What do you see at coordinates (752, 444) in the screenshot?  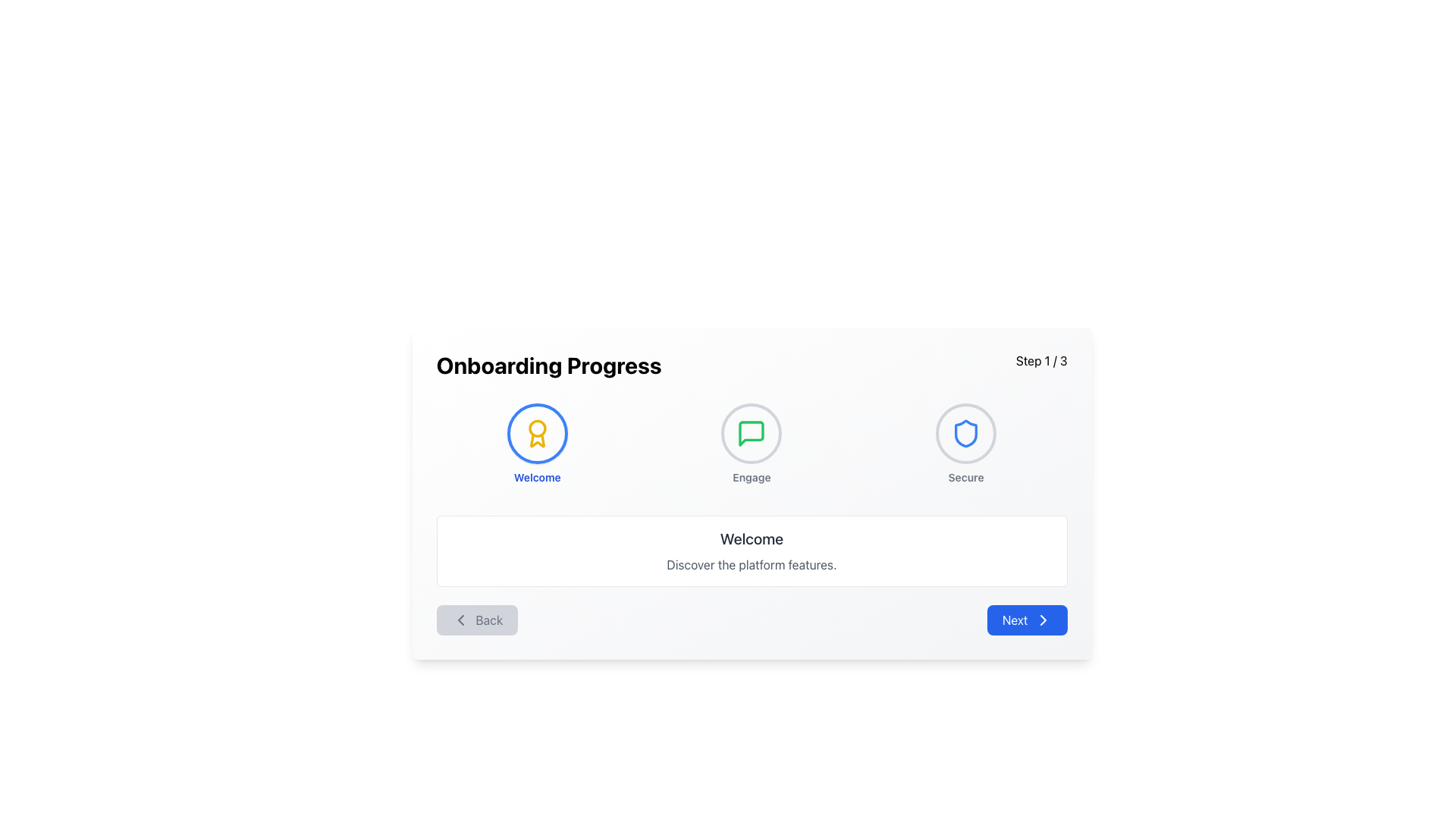 I see `label 'Engage' of the central step indicator element, which is part of a composite component containing three vertically stacked icon-label pairs: 'Welcome,' 'Engage,' and 'Secure.'` at bounding box center [752, 444].